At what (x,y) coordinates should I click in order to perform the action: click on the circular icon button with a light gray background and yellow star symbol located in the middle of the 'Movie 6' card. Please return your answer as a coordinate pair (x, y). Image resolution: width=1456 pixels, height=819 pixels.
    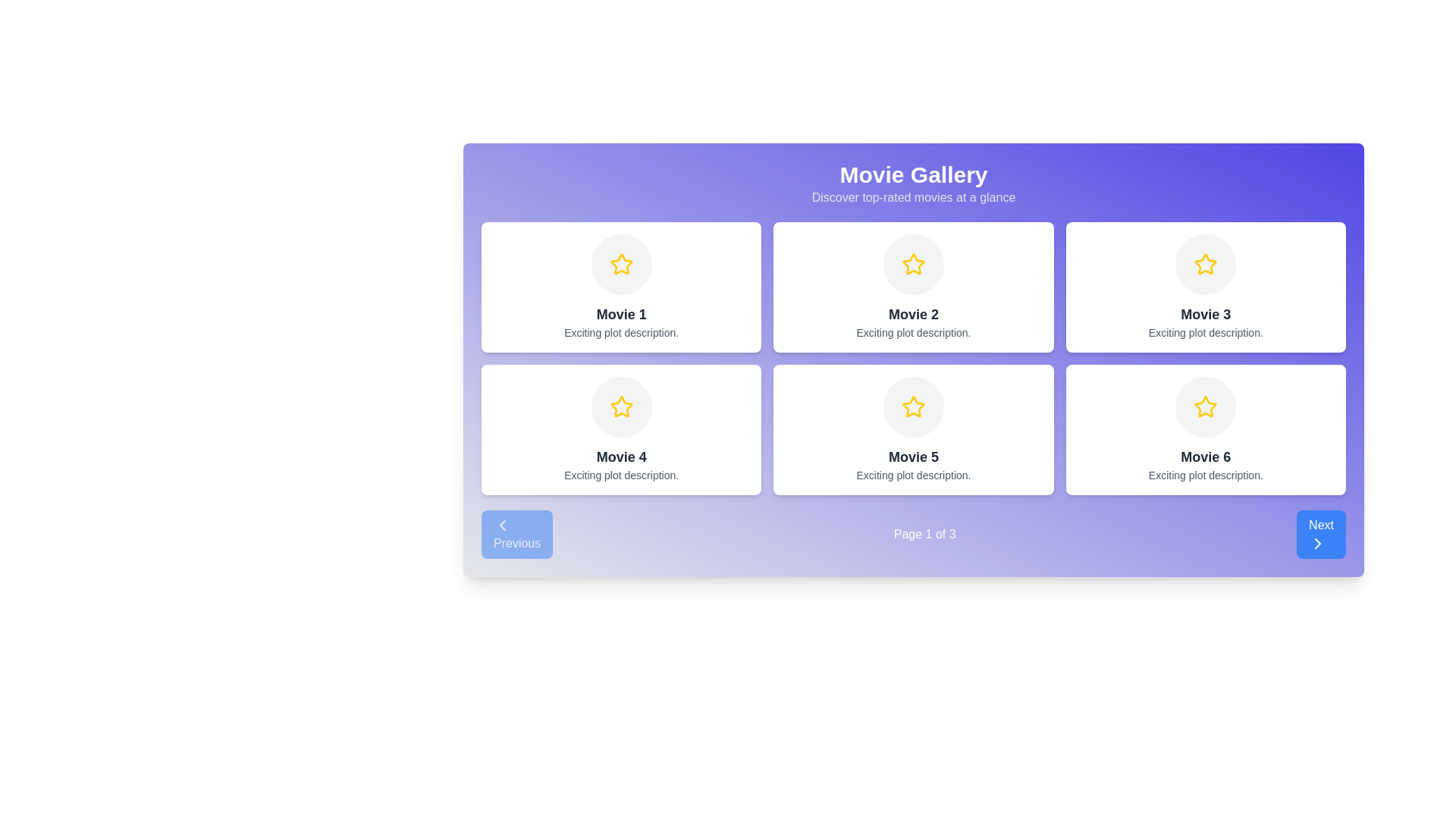
    Looking at the image, I should click on (1205, 406).